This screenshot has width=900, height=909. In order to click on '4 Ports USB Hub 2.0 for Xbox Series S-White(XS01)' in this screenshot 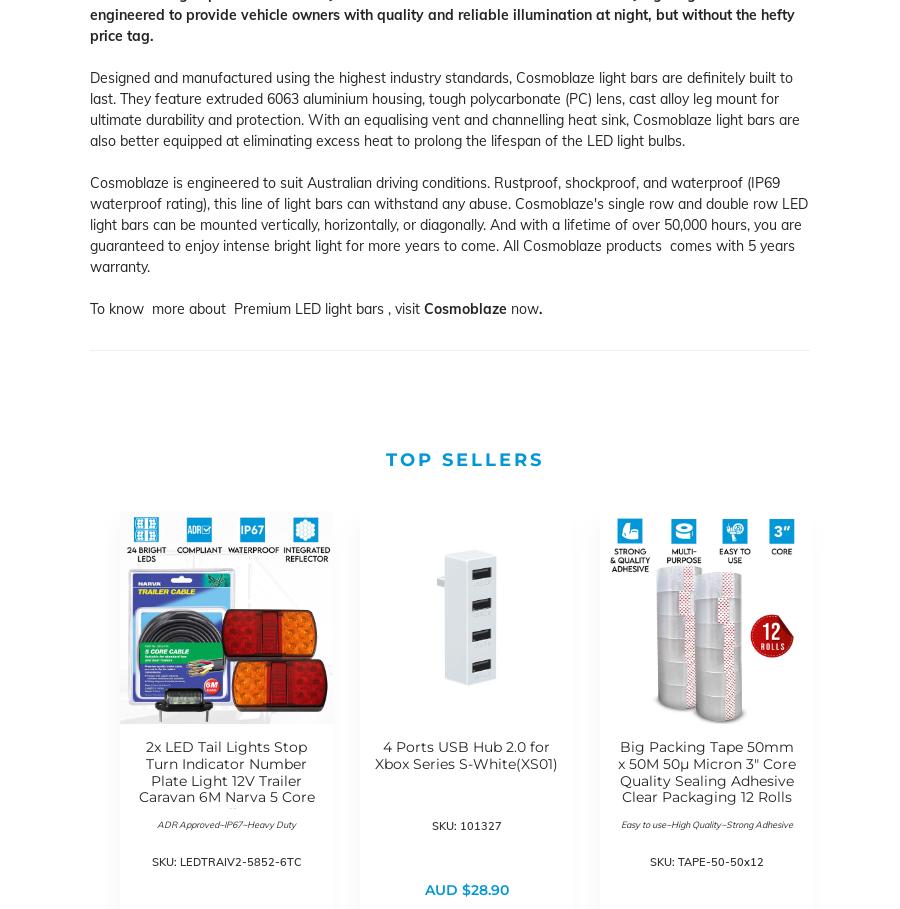, I will do `click(465, 754)`.